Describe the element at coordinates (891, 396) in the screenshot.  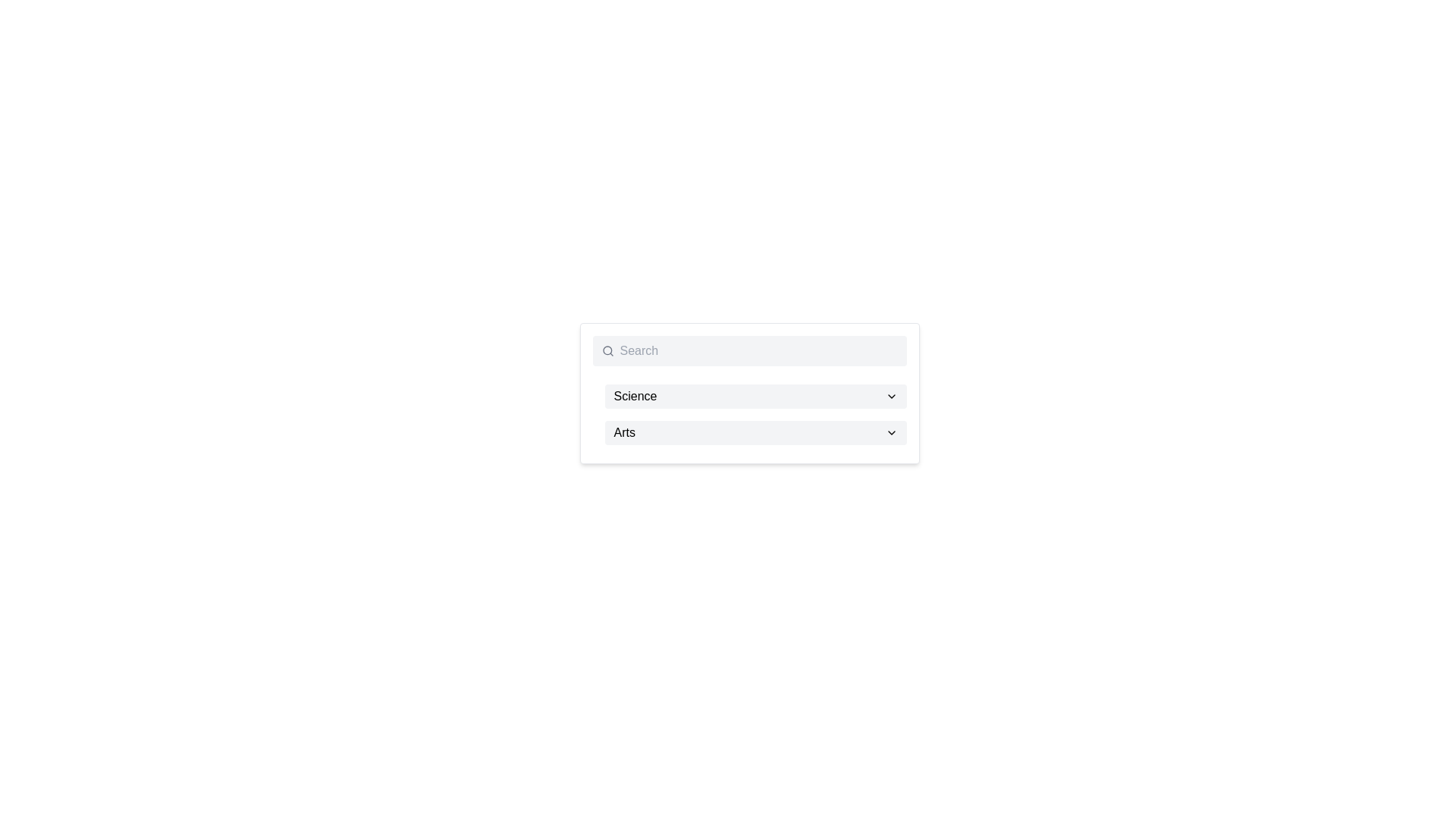
I see `the downward-pointing chevron icon located to the right of the 'Science' text` at that location.